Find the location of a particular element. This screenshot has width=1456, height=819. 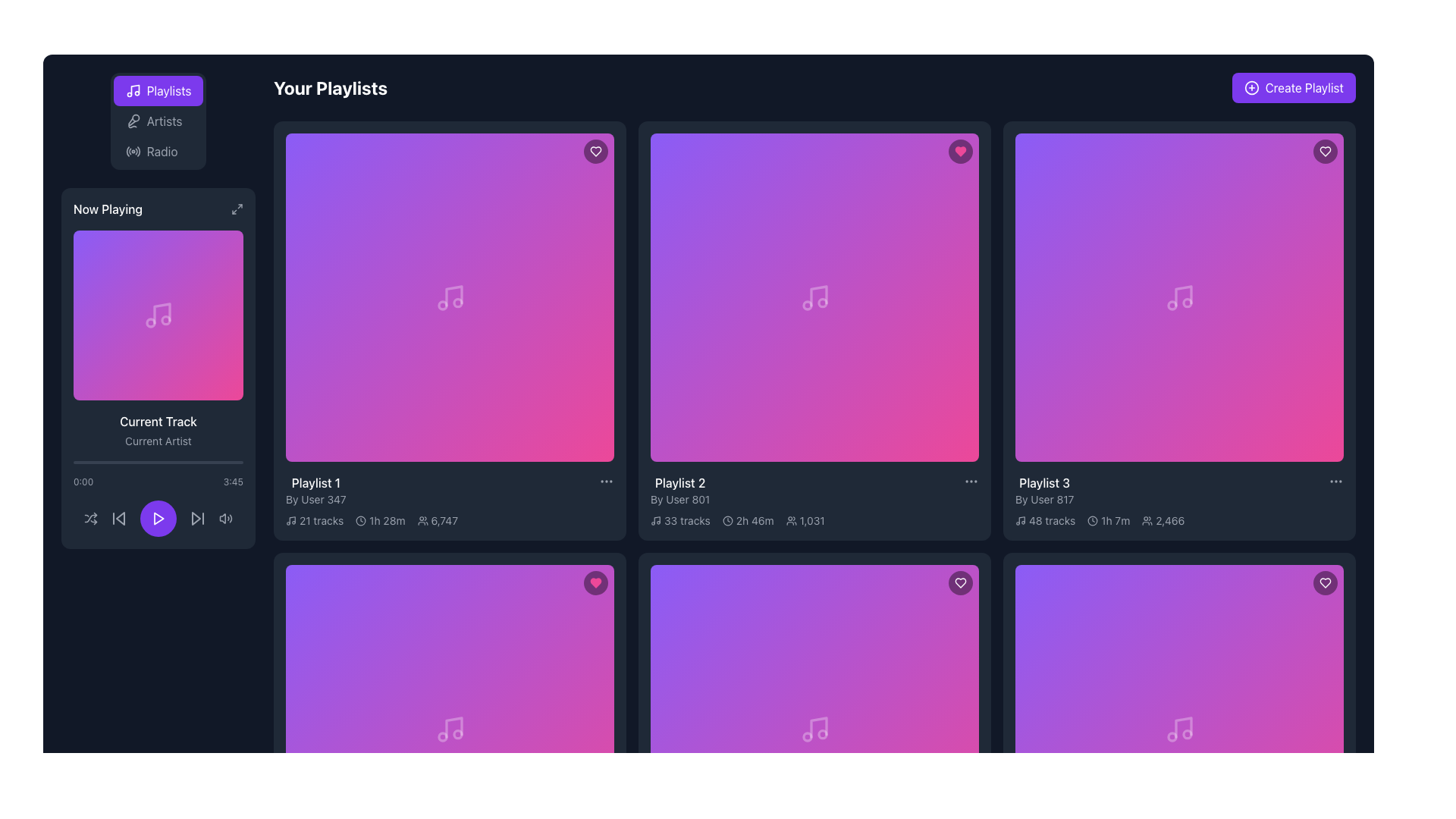

the musical note icon located to the left of the text '33 tracks' beneath the 'Playlist 2' header in the second card of the playlist grid is located at coordinates (655, 519).